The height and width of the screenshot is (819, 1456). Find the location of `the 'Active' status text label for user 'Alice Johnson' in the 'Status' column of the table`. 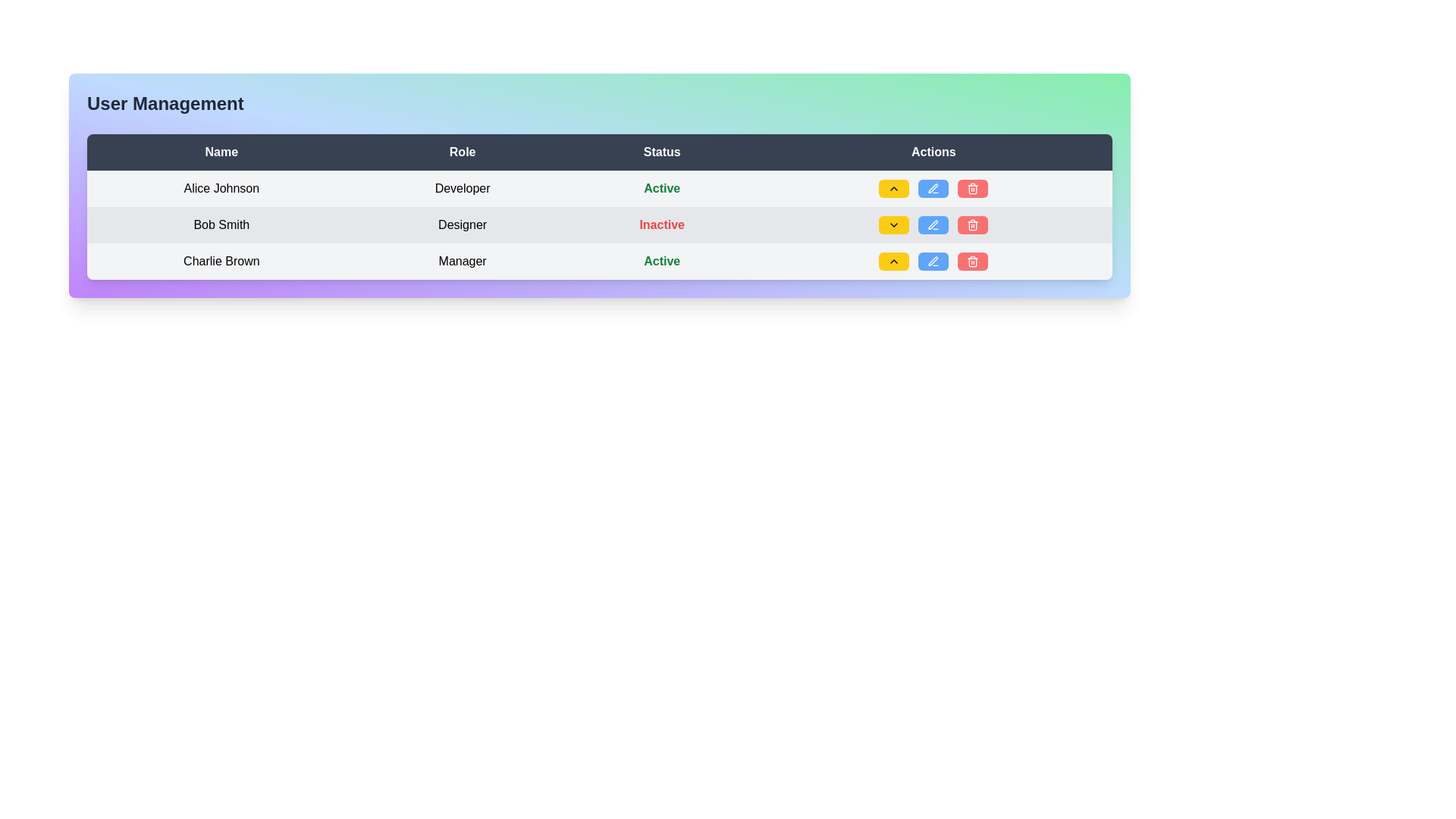

the 'Active' status text label for user 'Alice Johnson' in the 'Status' column of the table is located at coordinates (662, 188).